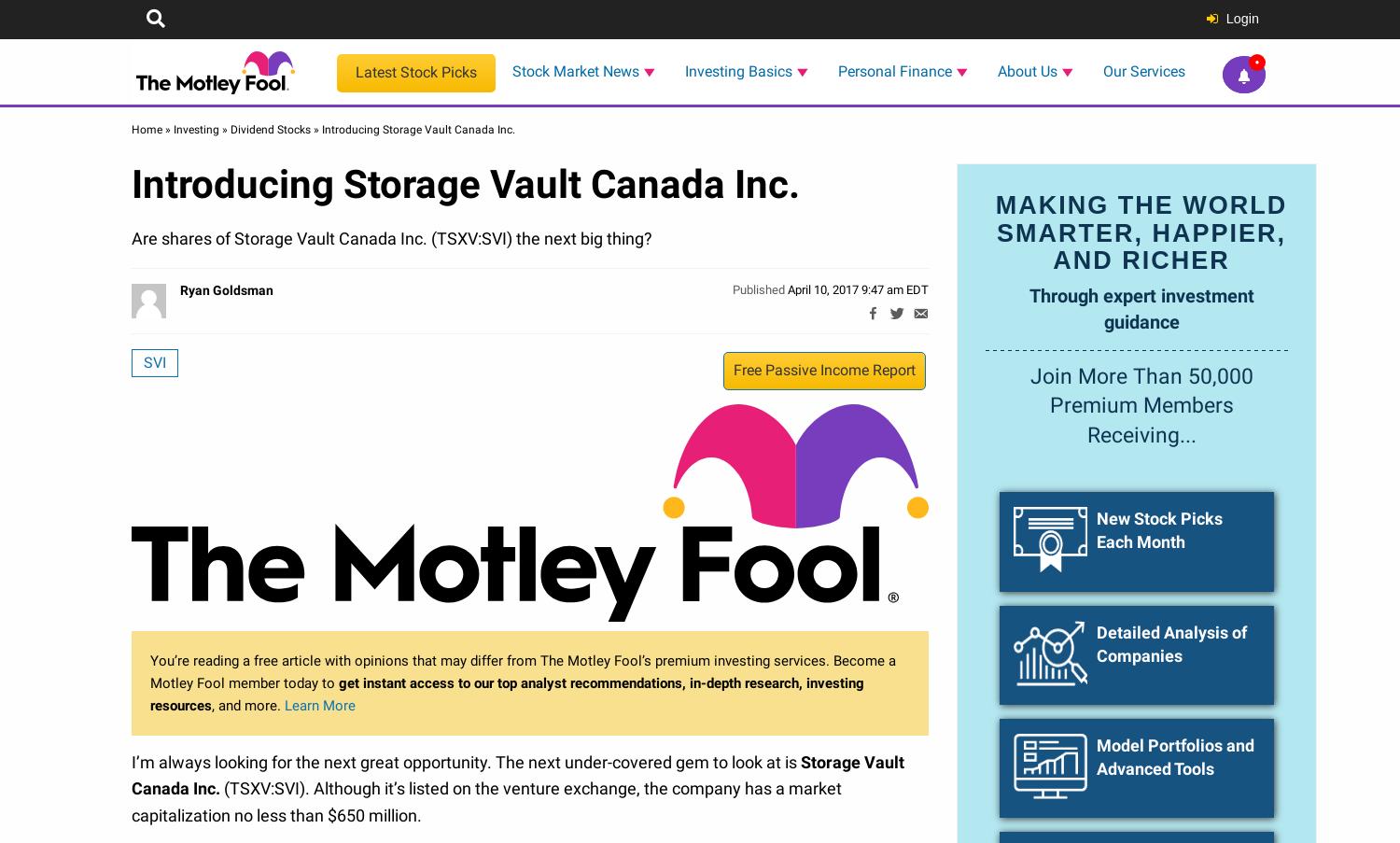 This screenshot has height=843, width=1400. Describe the element at coordinates (1196, 499) in the screenshot. I see `'Demetris Afxentiou'` at that location.